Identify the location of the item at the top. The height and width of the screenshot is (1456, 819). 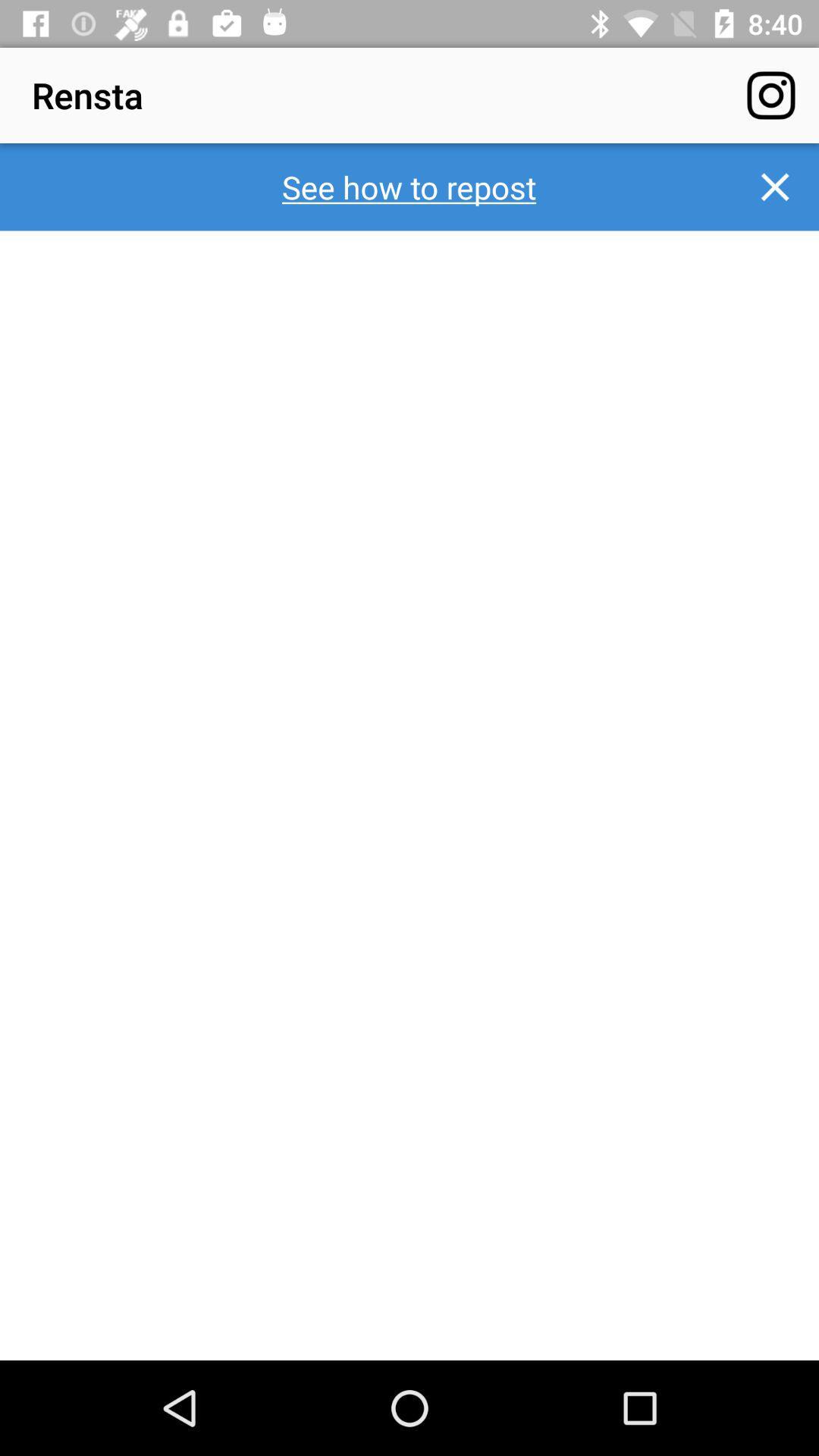
(408, 186).